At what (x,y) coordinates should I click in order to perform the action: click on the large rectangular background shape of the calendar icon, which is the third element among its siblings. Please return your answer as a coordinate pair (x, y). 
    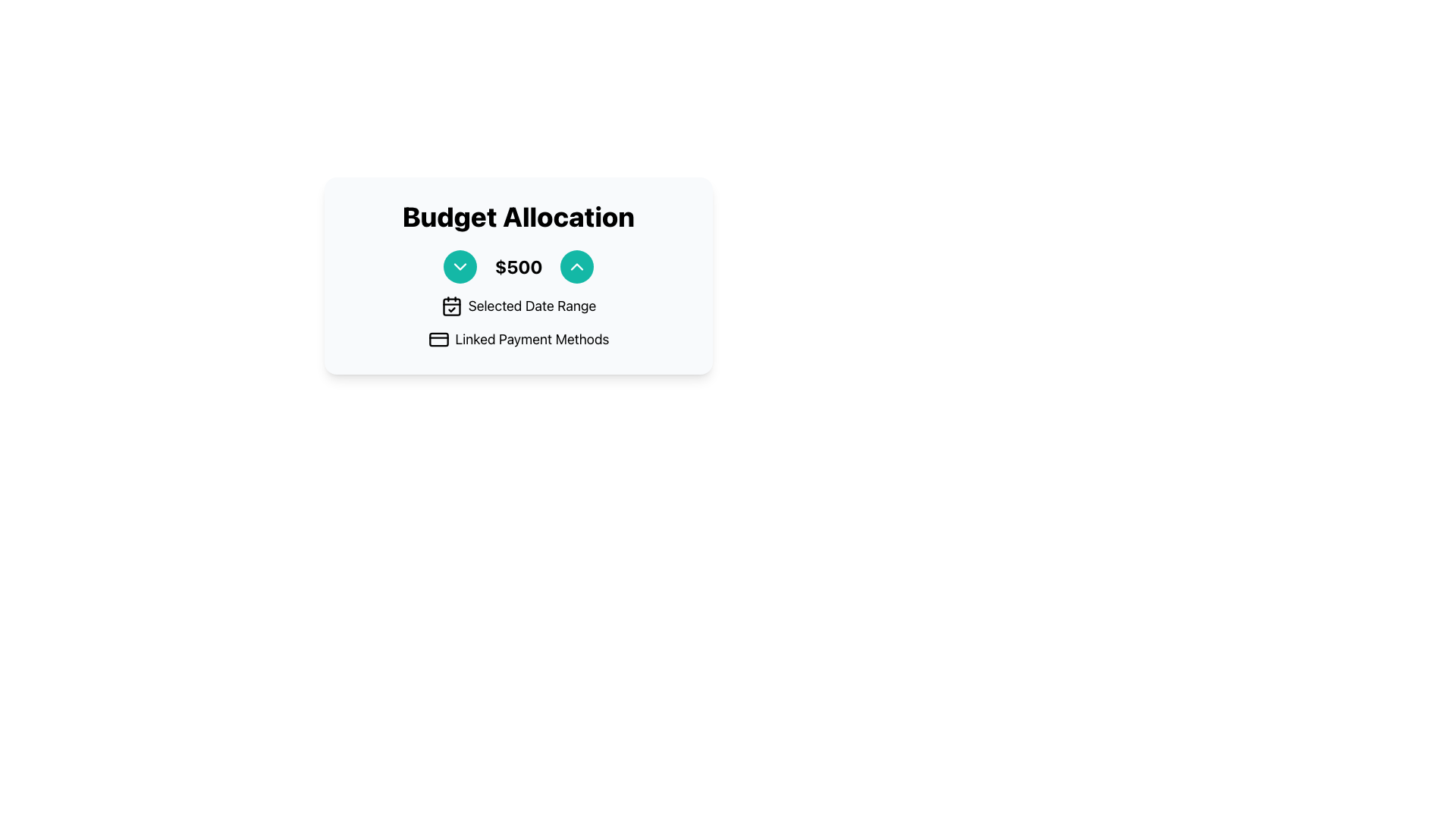
    Looking at the image, I should click on (450, 307).